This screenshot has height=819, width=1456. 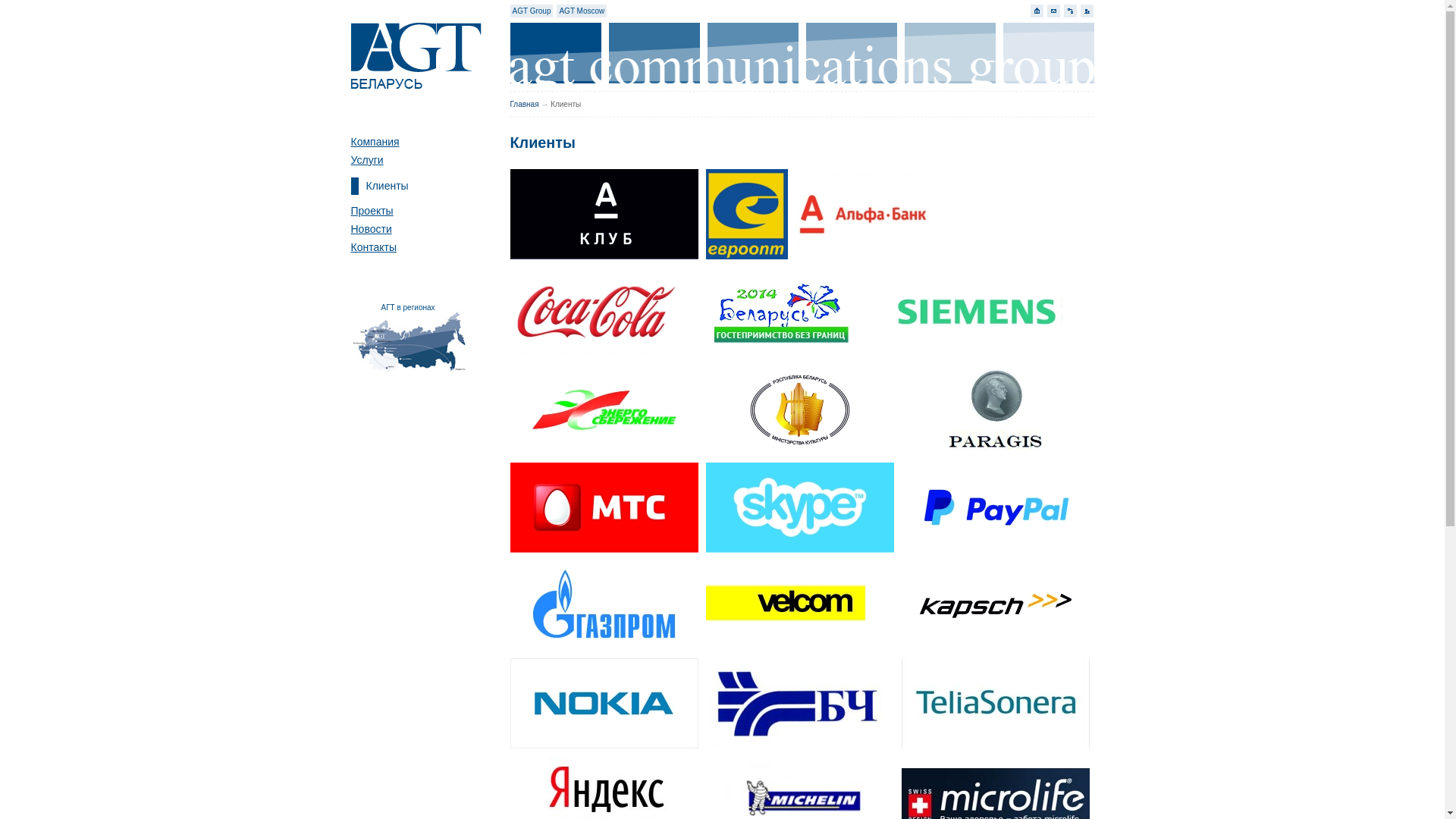 I want to click on 'Evroopt', so click(x=745, y=214).